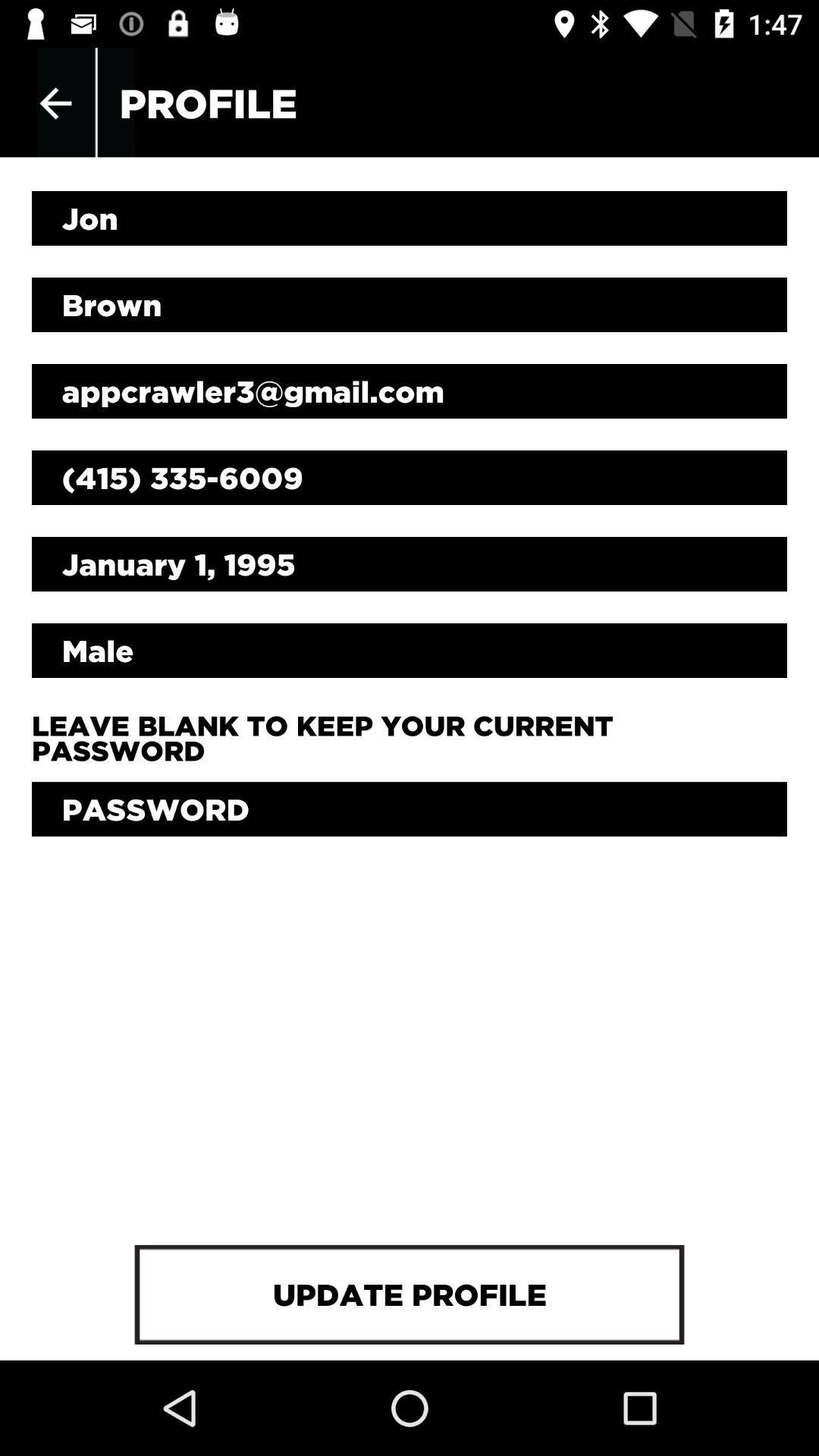 The image size is (819, 1456). Describe the element at coordinates (409, 304) in the screenshot. I see `the item below jon item` at that location.